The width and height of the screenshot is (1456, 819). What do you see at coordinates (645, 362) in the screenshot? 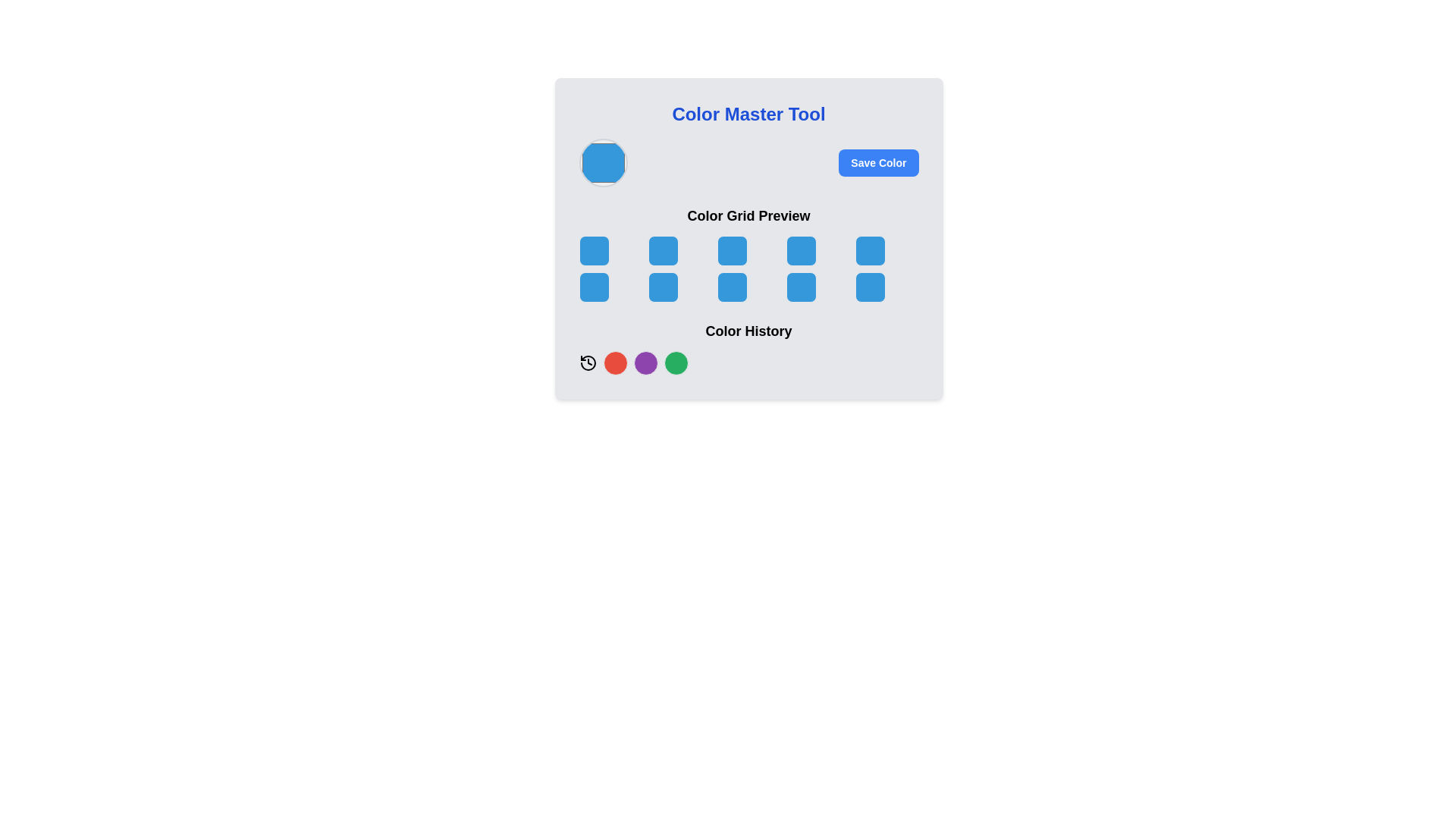
I see `the circular purple color indicator located` at bounding box center [645, 362].